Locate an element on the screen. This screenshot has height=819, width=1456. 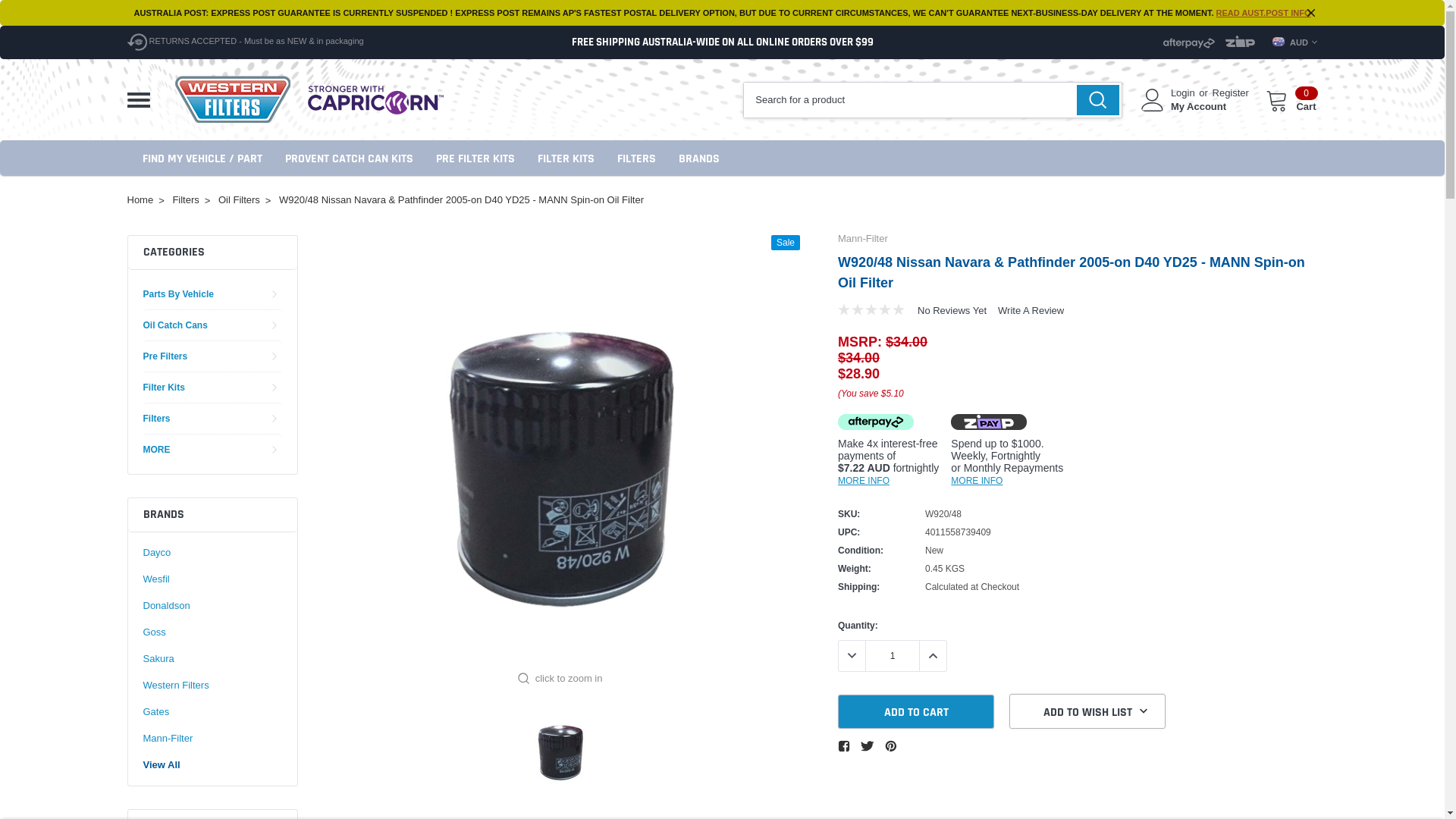
'My Account' is located at coordinates (1170, 106).